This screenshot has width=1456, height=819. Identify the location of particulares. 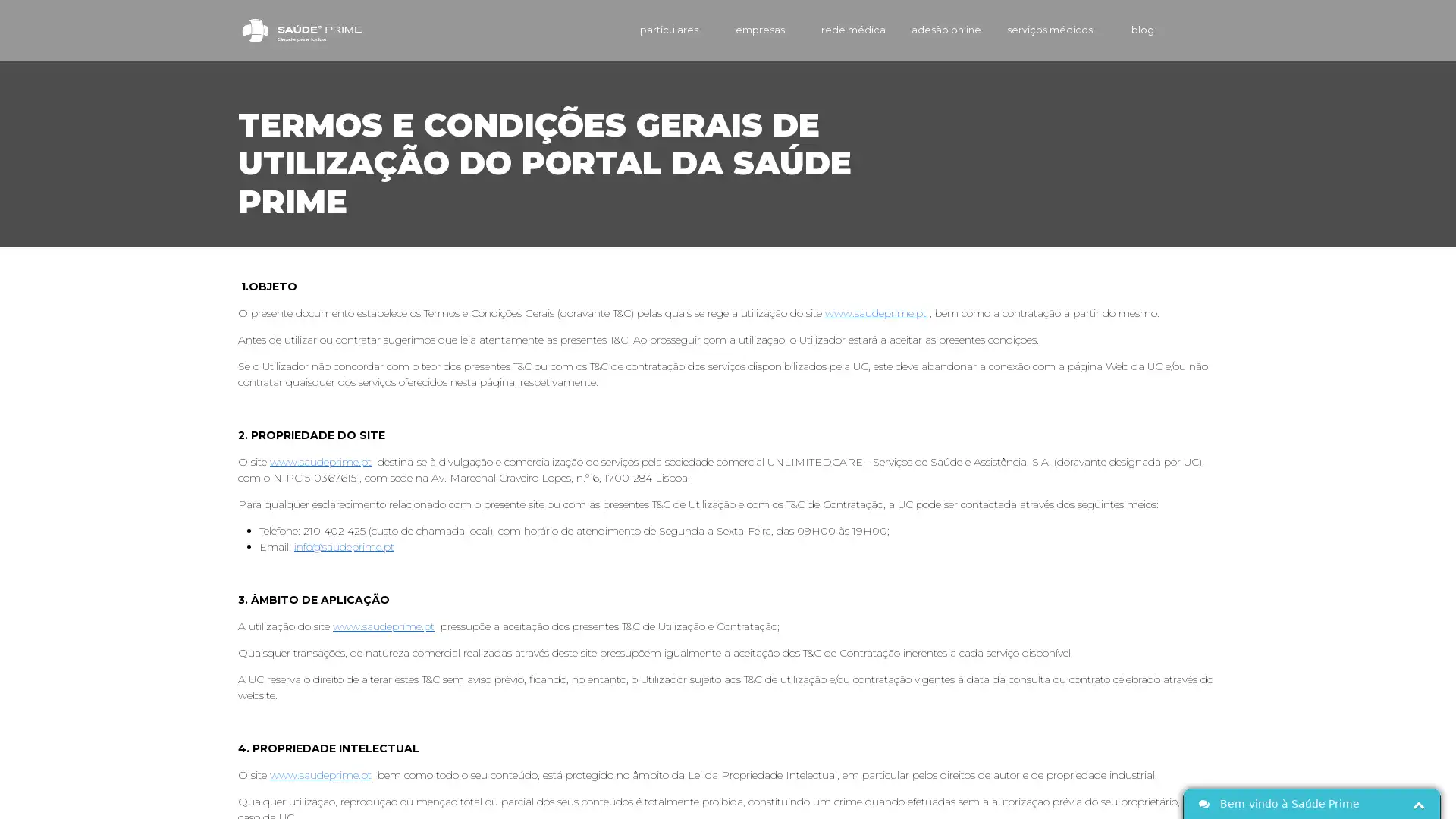
(644, 30).